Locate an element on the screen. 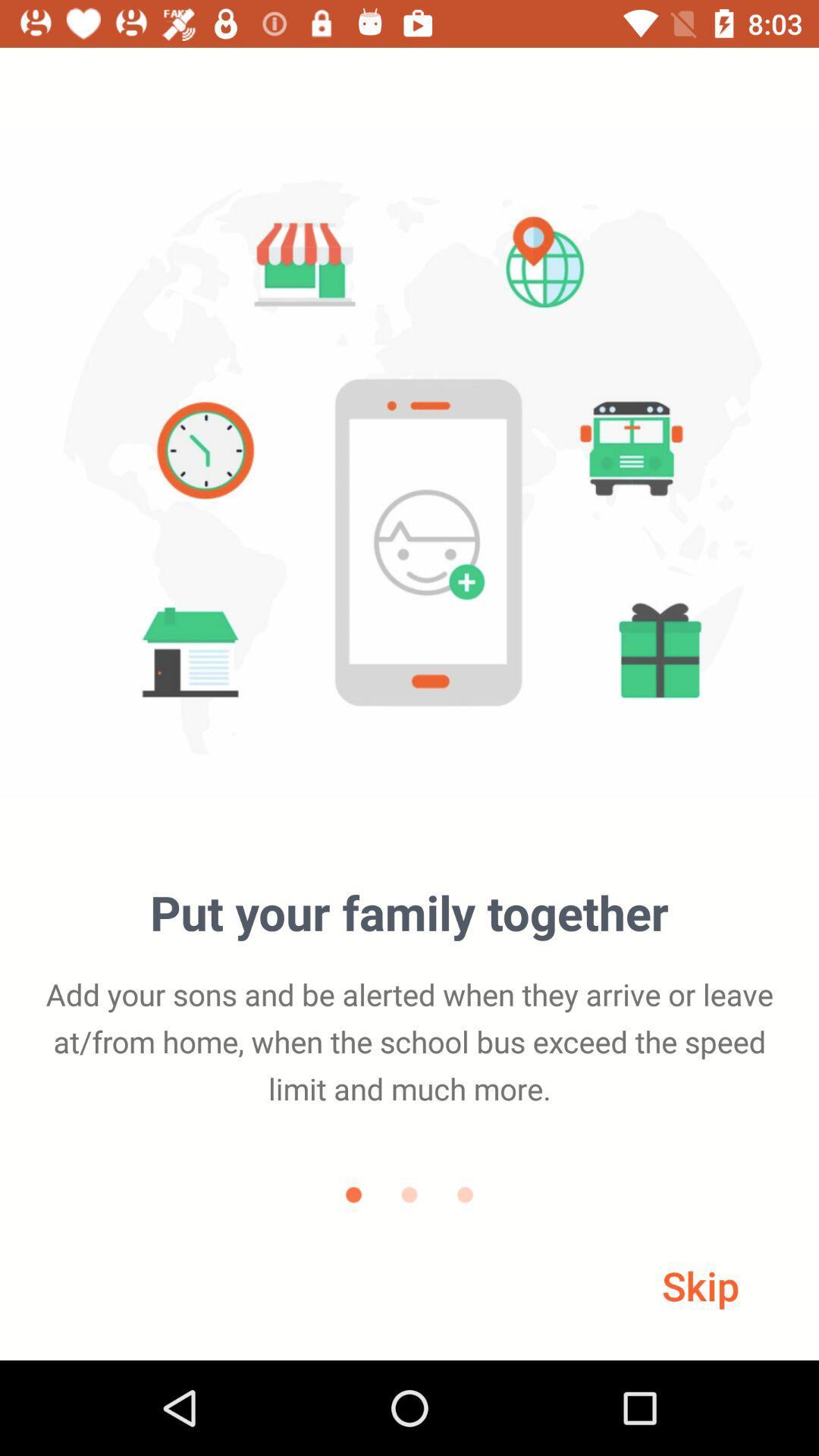 The image size is (819, 1456). the skip item is located at coordinates (701, 1285).